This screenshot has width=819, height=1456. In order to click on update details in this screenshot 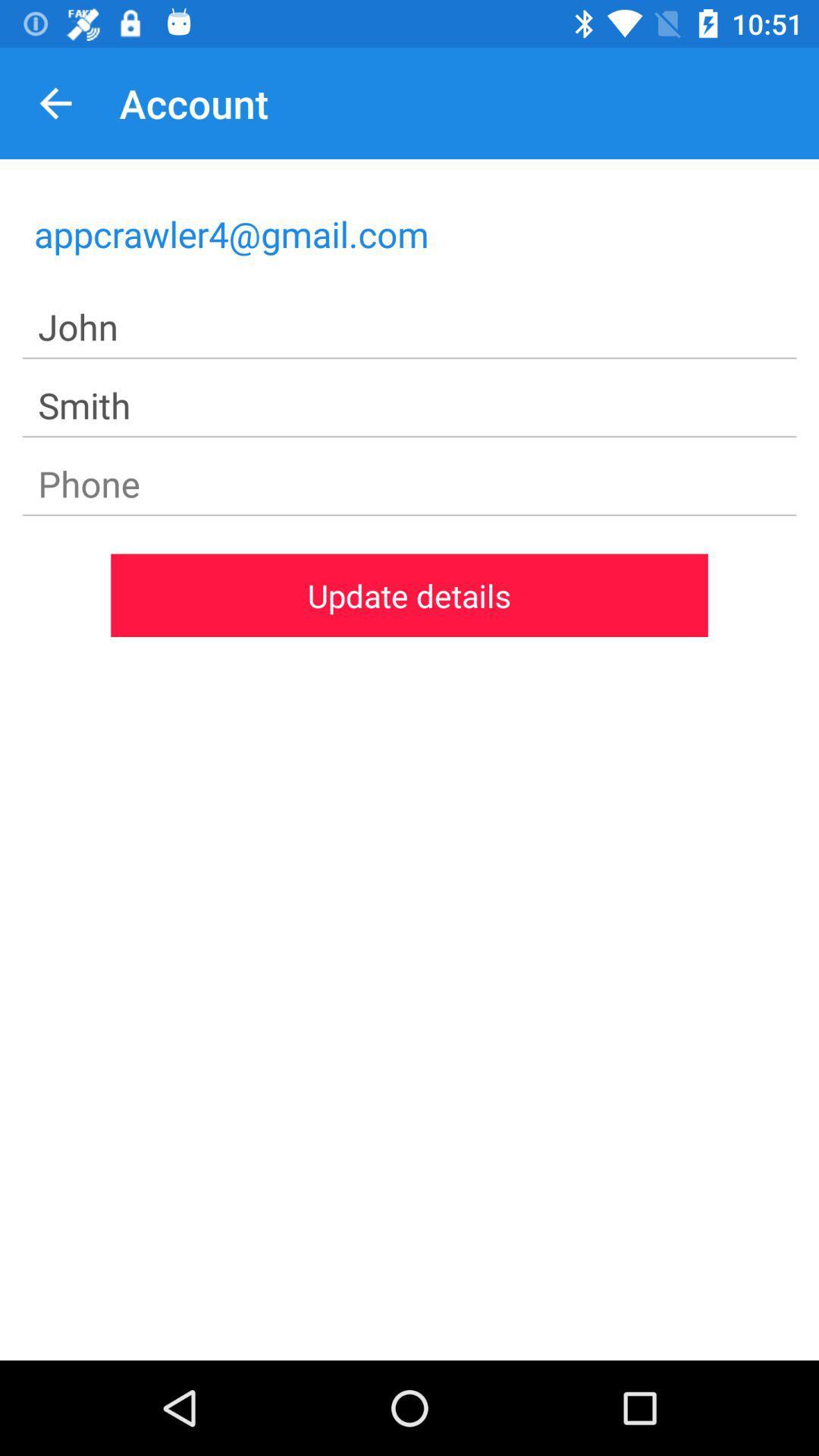, I will do `click(409, 595)`.